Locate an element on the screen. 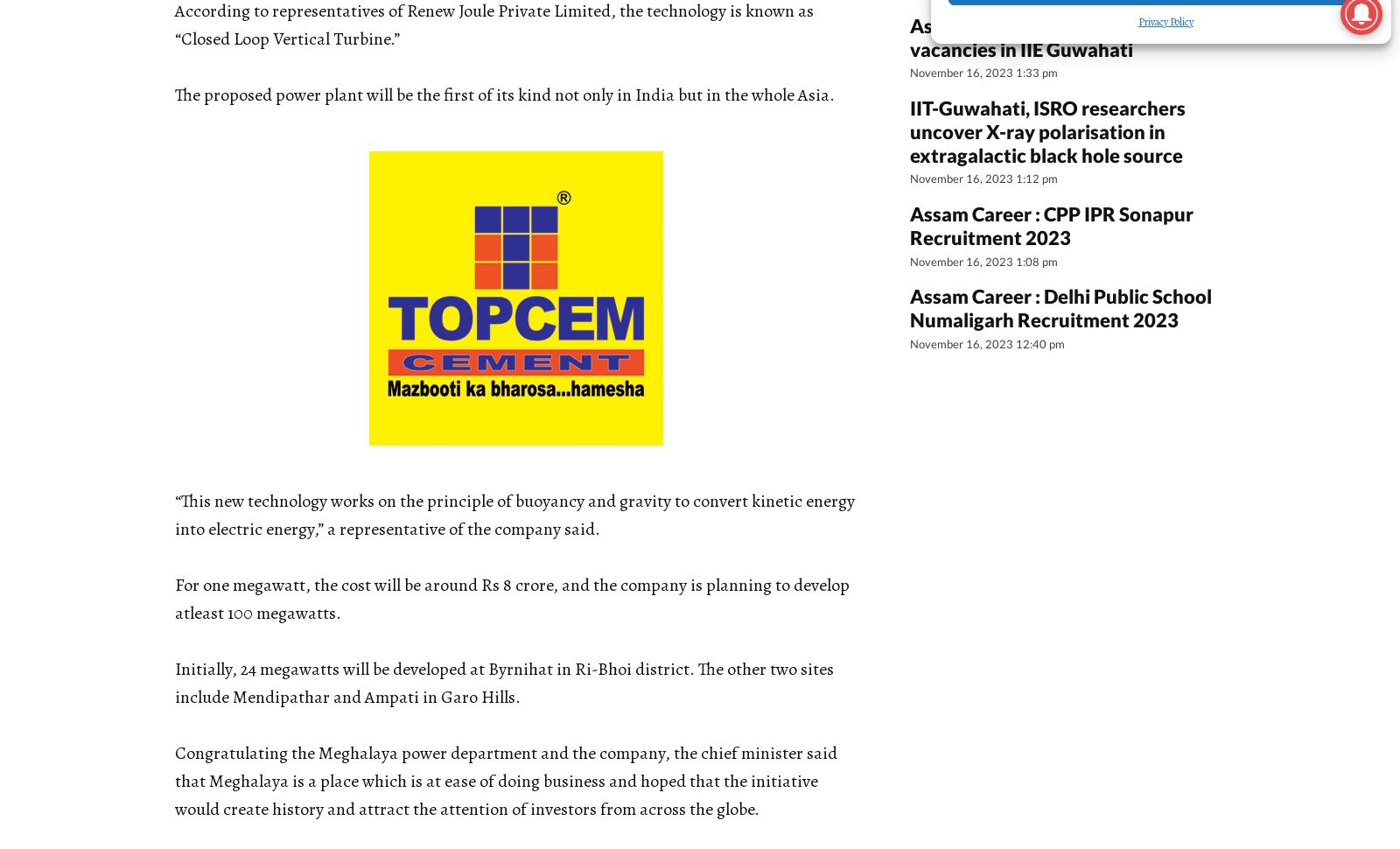 This screenshot has width=1400, height=849. 'IIT-Guwahati, ISRO researchers uncover X-ray polarisation in extragalactic black hole source' is located at coordinates (1047, 130).